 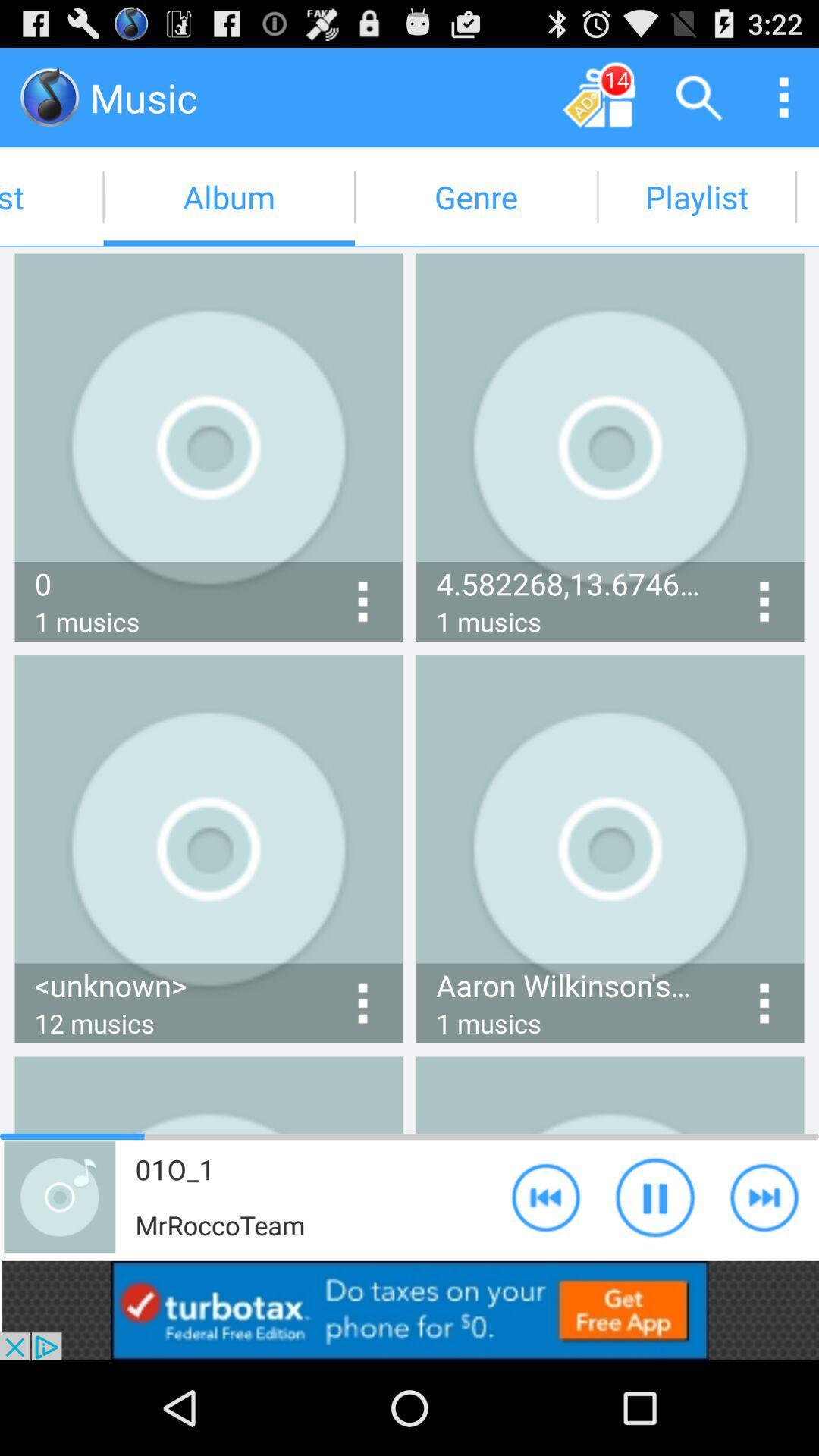 I want to click on menu, so click(x=783, y=96).